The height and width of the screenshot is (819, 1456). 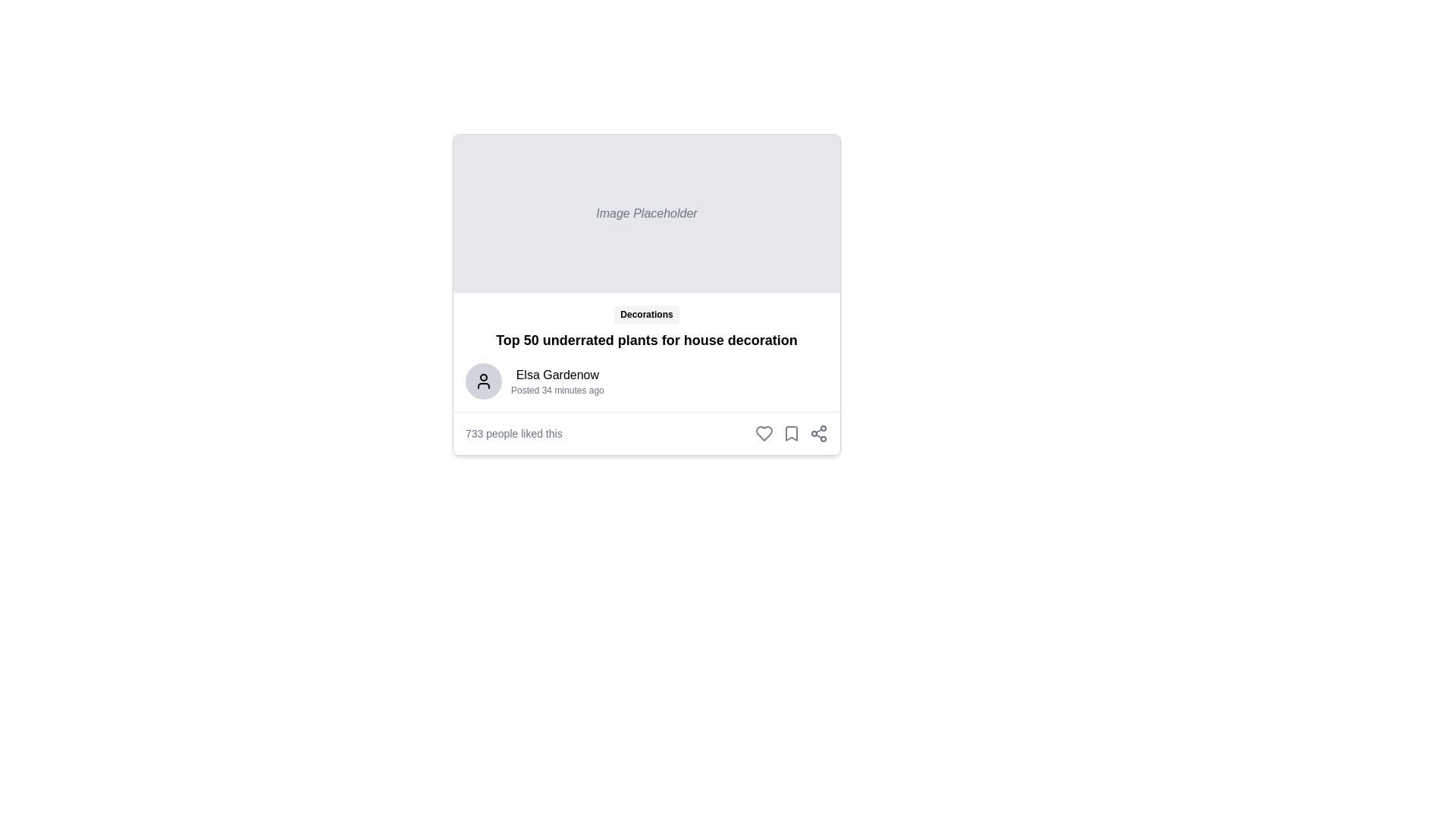 What do you see at coordinates (790, 433) in the screenshot?
I see `the bookmark icon button located in the bottom-right corner of the card interface to bookmark the content` at bounding box center [790, 433].